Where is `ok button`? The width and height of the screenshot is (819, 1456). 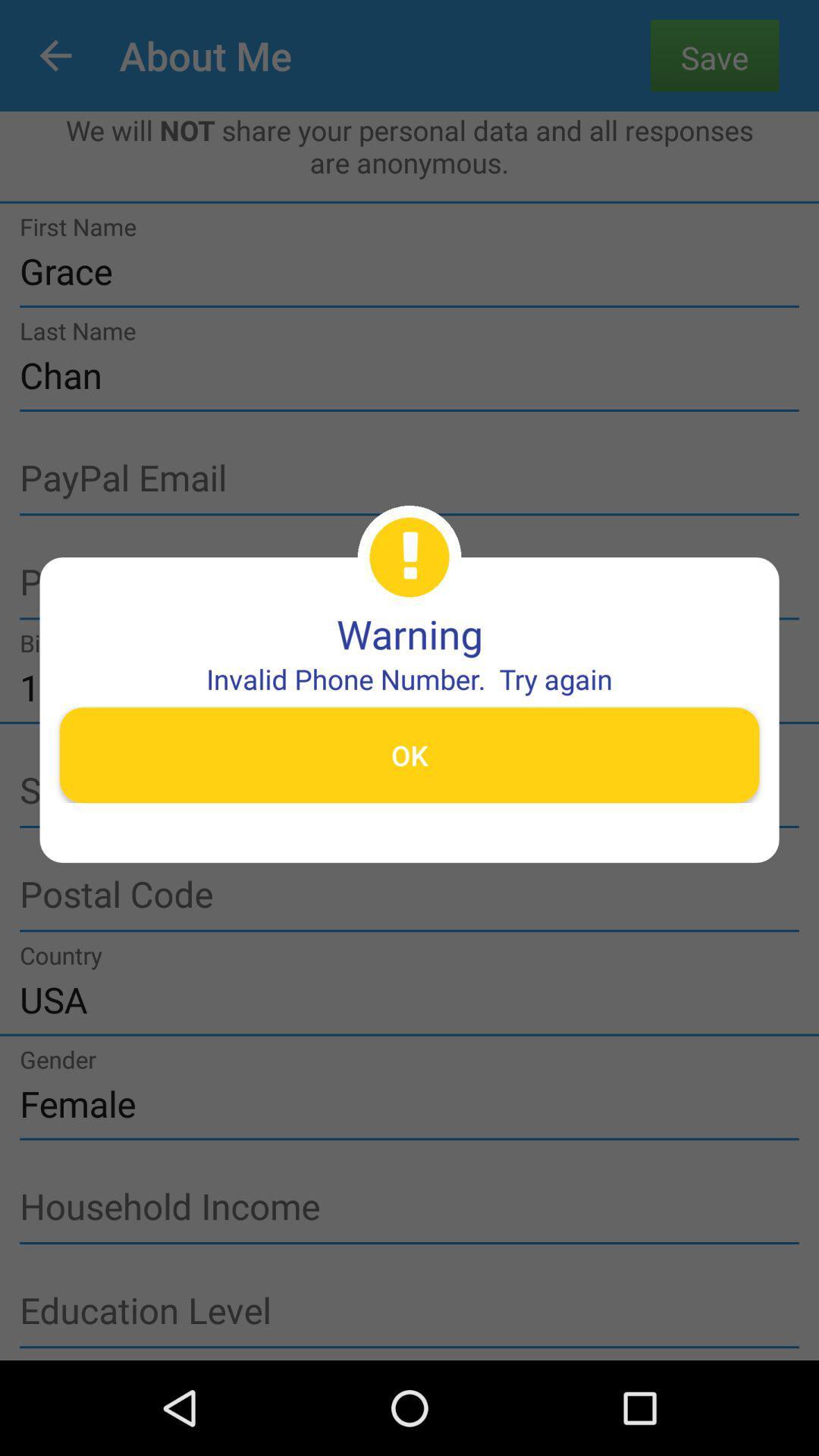
ok button is located at coordinates (409, 755).